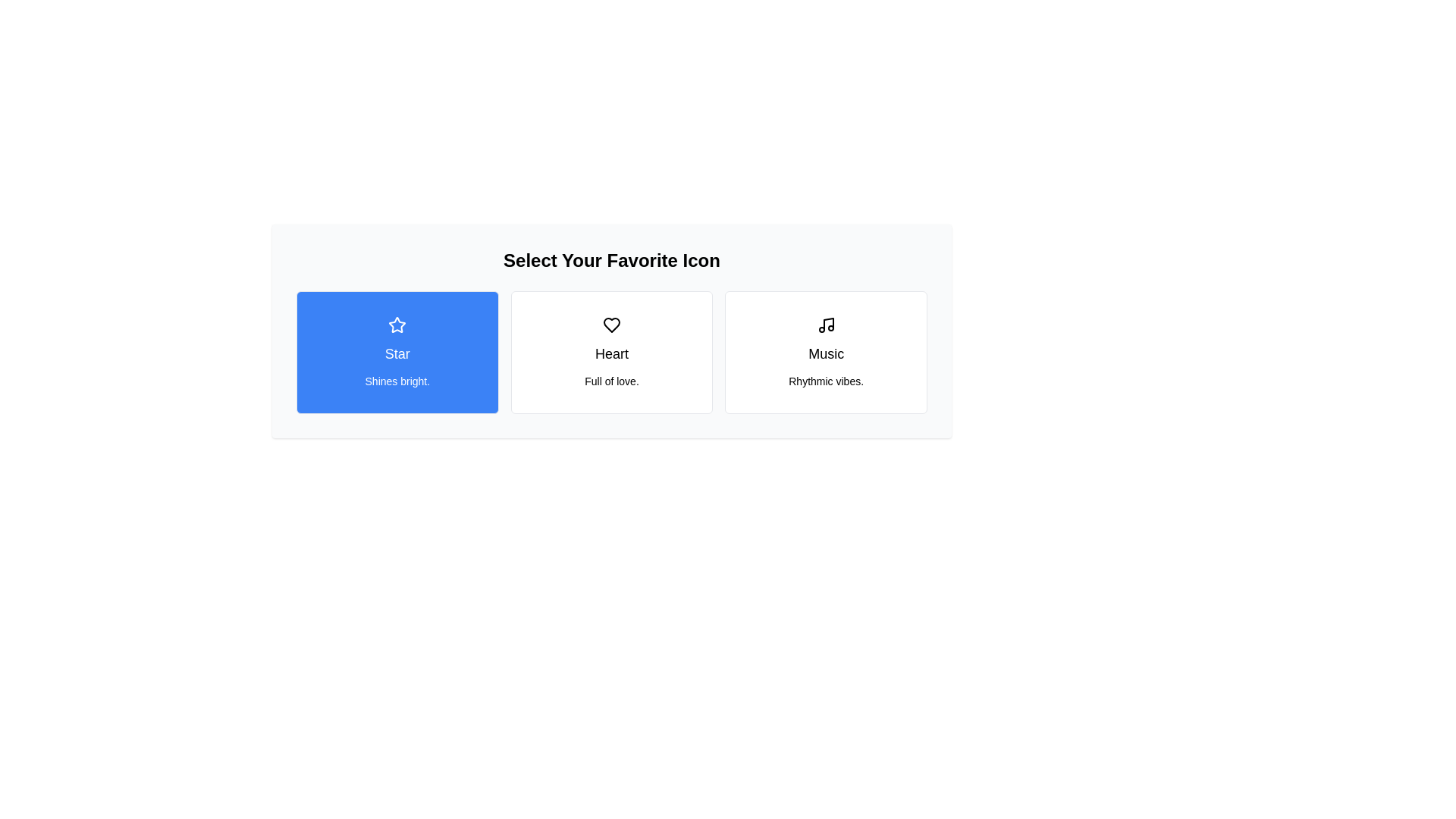 Image resolution: width=1456 pixels, height=819 pixels. I want to click on the interactive card component, which is the second section in a horizontally arranged panel, so click(611, 353).